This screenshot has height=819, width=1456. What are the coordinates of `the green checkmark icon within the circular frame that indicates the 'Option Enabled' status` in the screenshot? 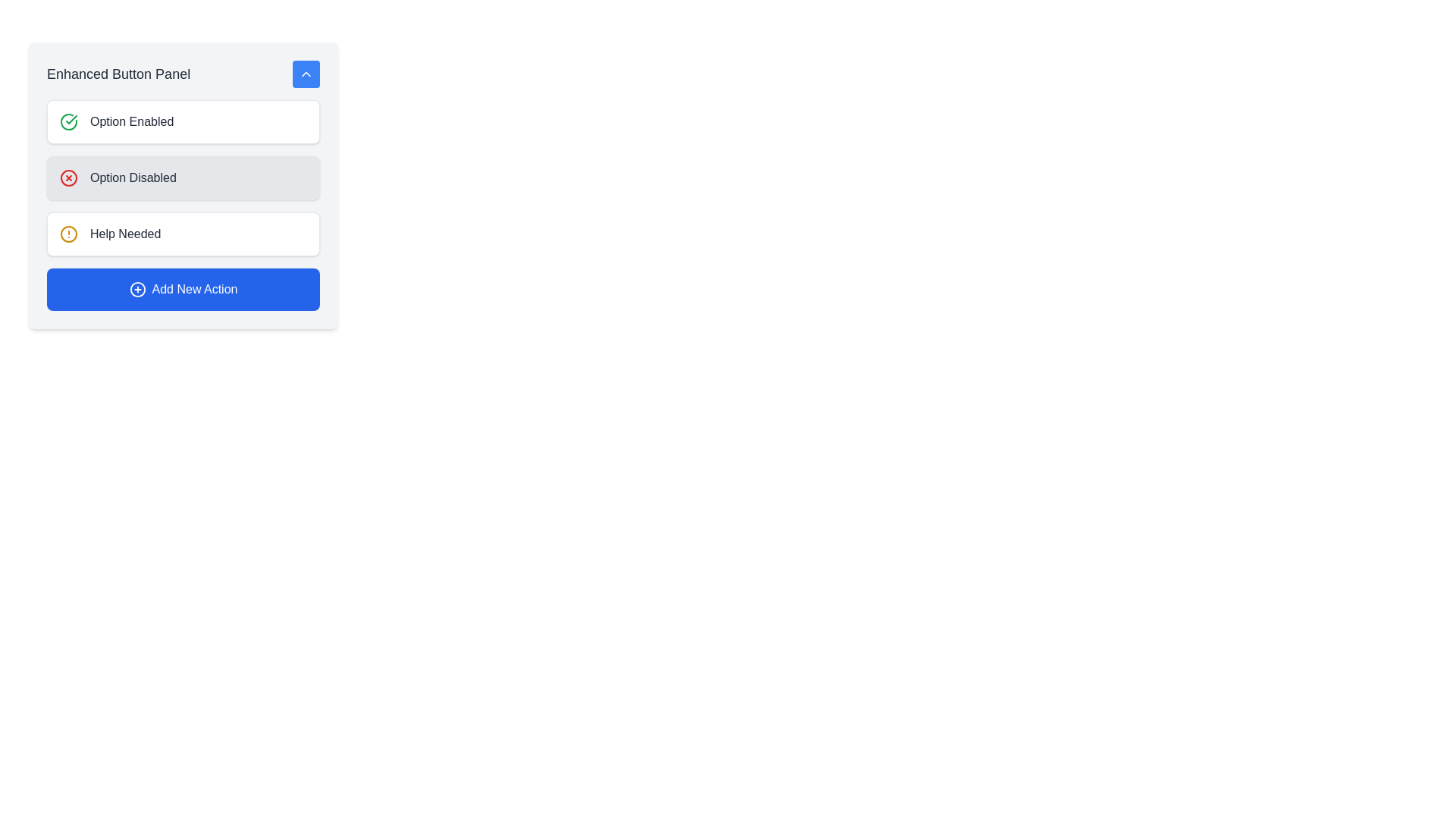 It's located at (71, 119).